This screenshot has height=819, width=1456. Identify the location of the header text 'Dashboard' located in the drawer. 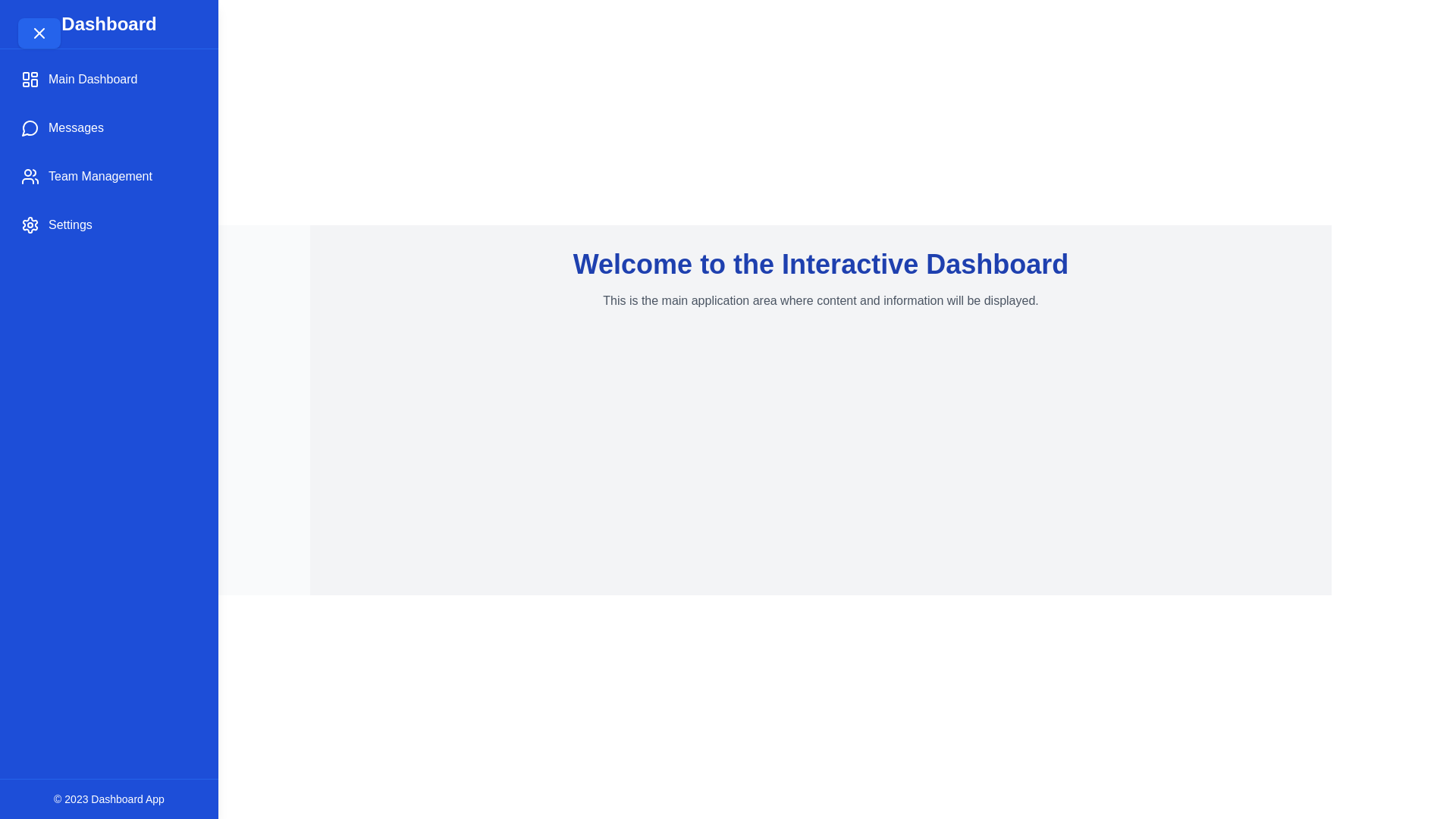
(108, 24).